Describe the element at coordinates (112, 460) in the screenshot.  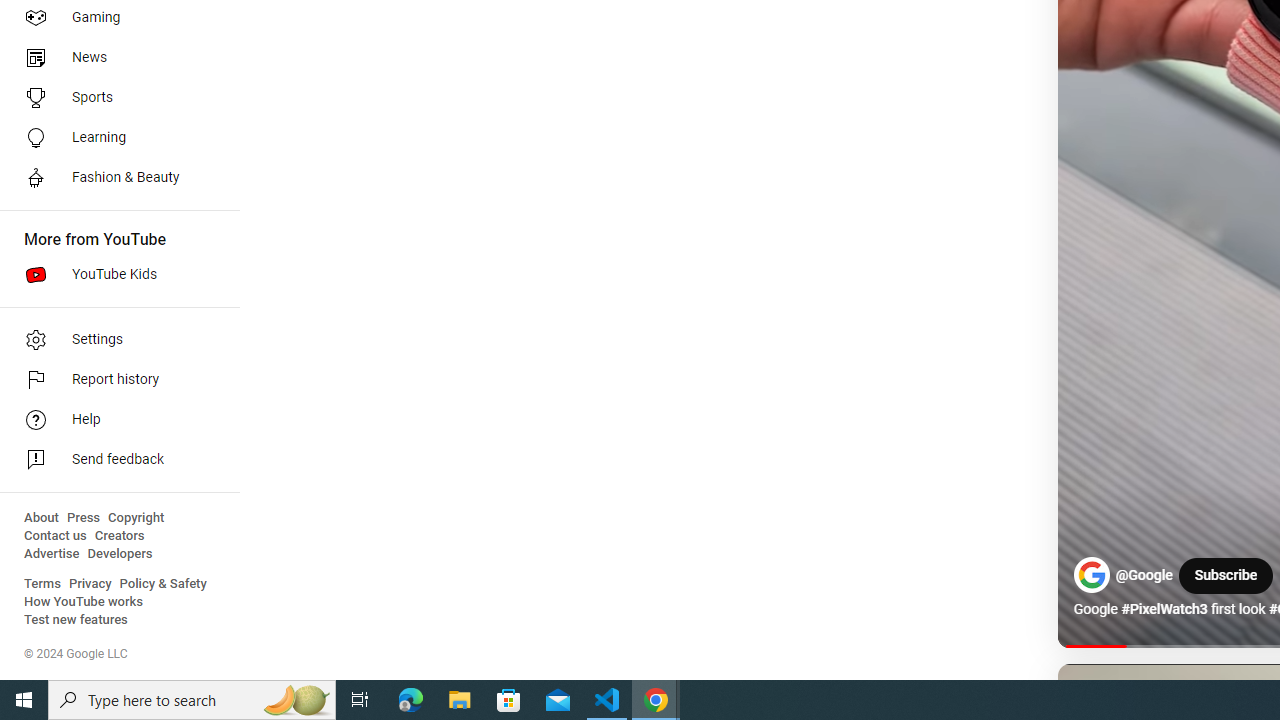
I see `'Send feedback'` at that location.